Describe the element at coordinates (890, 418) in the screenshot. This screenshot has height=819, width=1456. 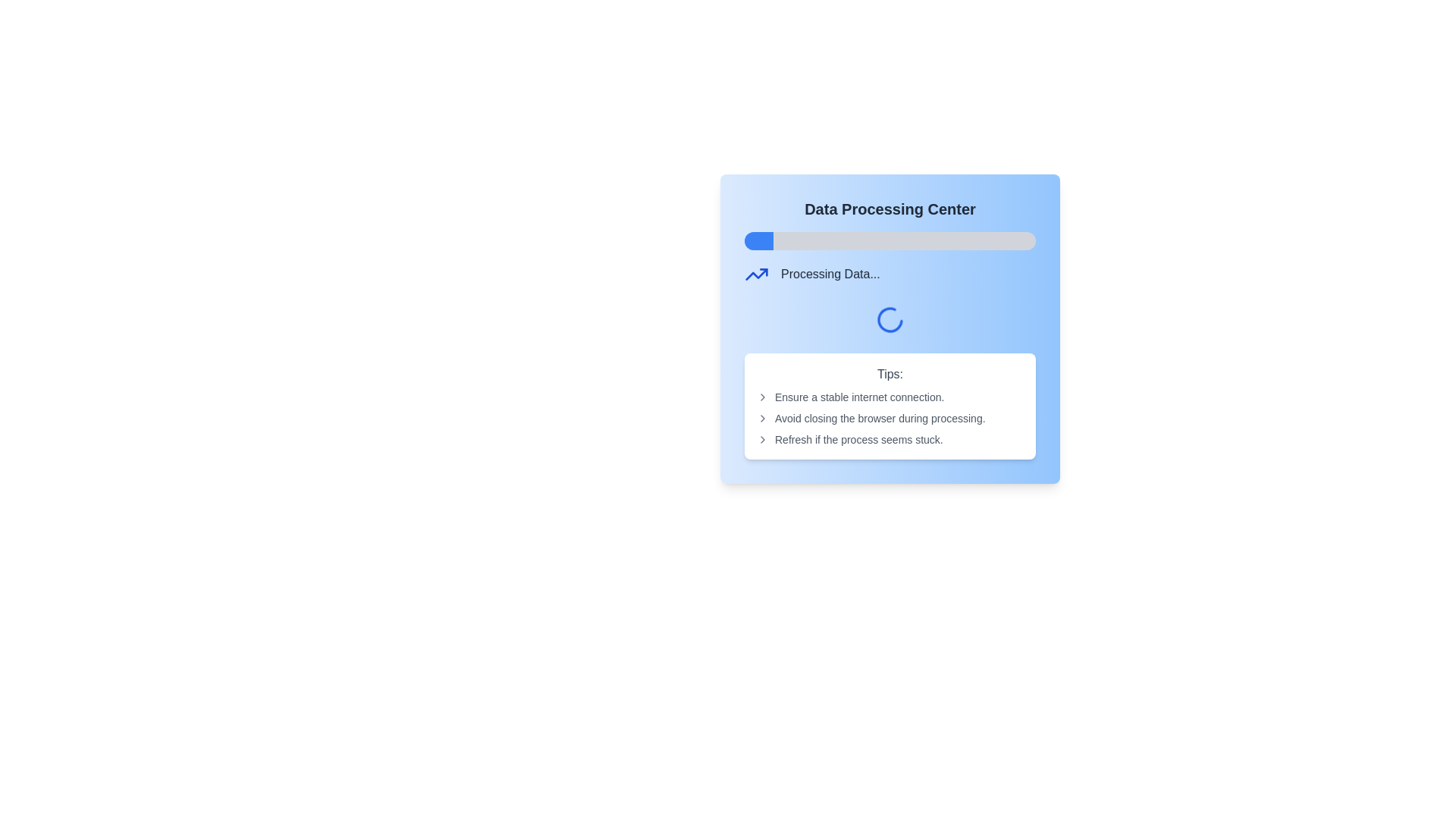
I see `the static text element displaying the message 'Avoid closing the browser during processing.' which is the second item in the 'Tips:' section, aligned with a chevron icon on its left` at that location.